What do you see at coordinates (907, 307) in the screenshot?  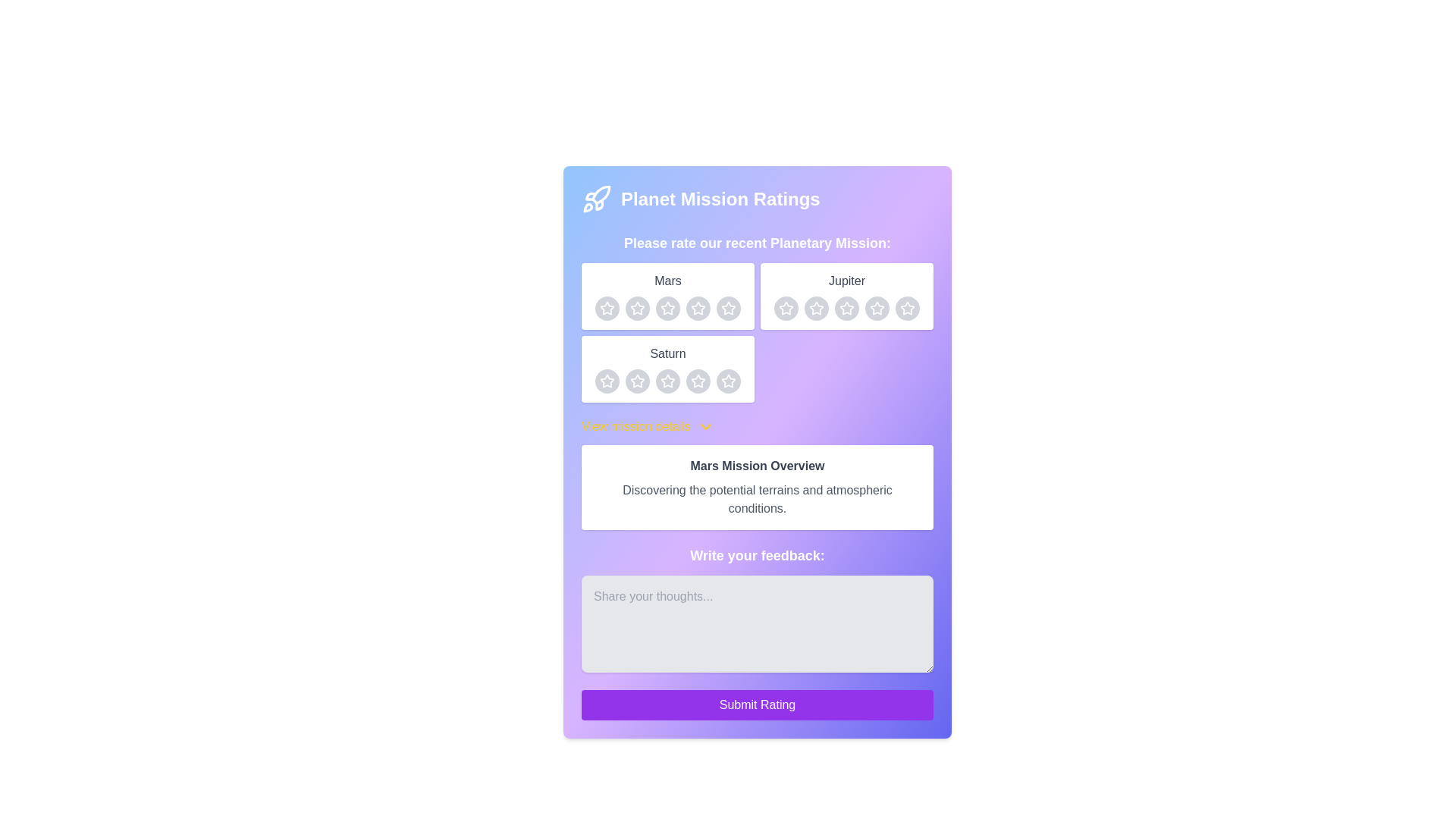 I see `the fifth star-shaped rating icon in the Jupiter rating section, which has a thin outline and a minimalistic design` at bounding box center [907, 307].